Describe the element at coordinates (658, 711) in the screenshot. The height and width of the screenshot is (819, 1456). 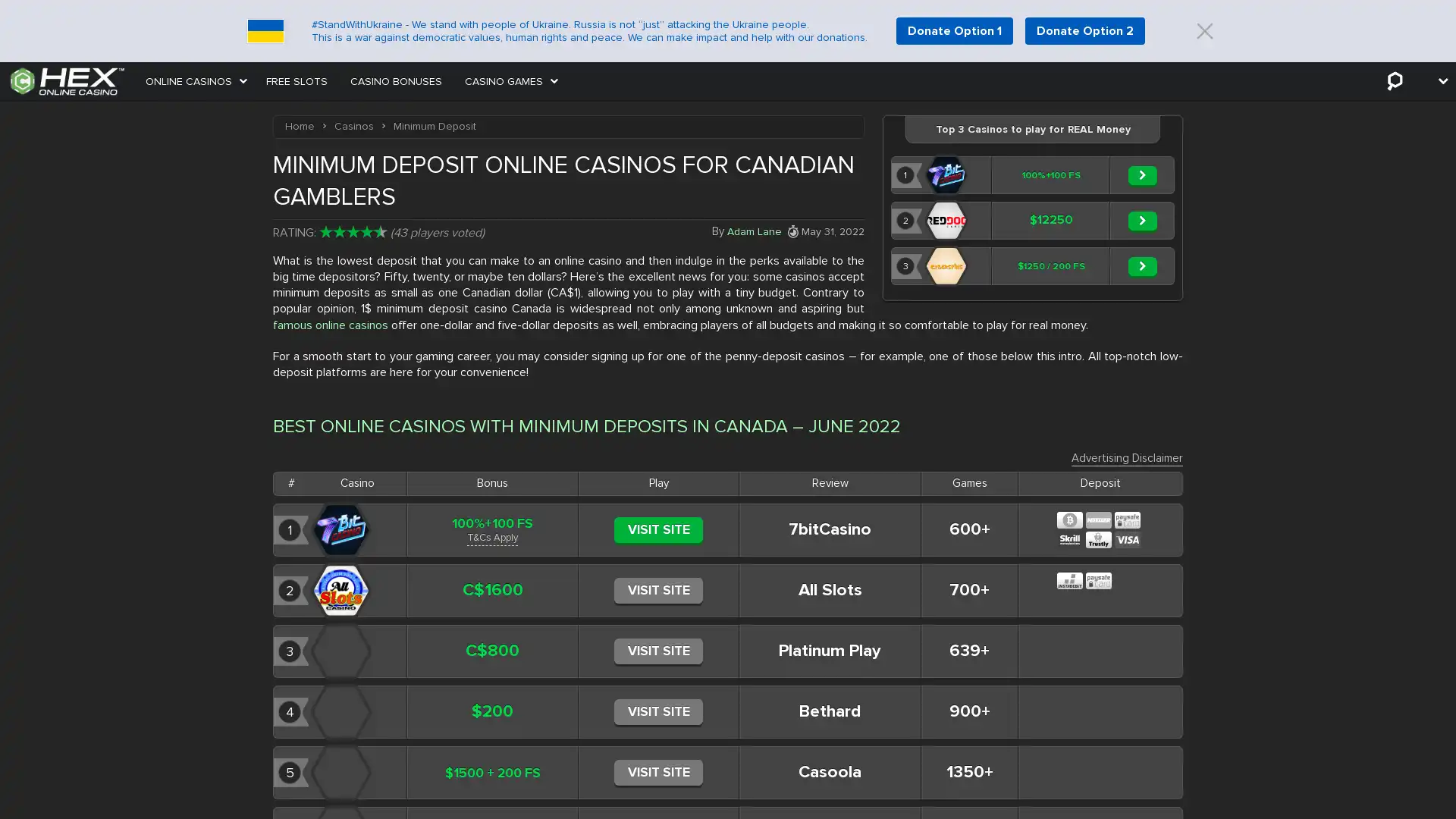
I see `VISIT SITE` at that location.